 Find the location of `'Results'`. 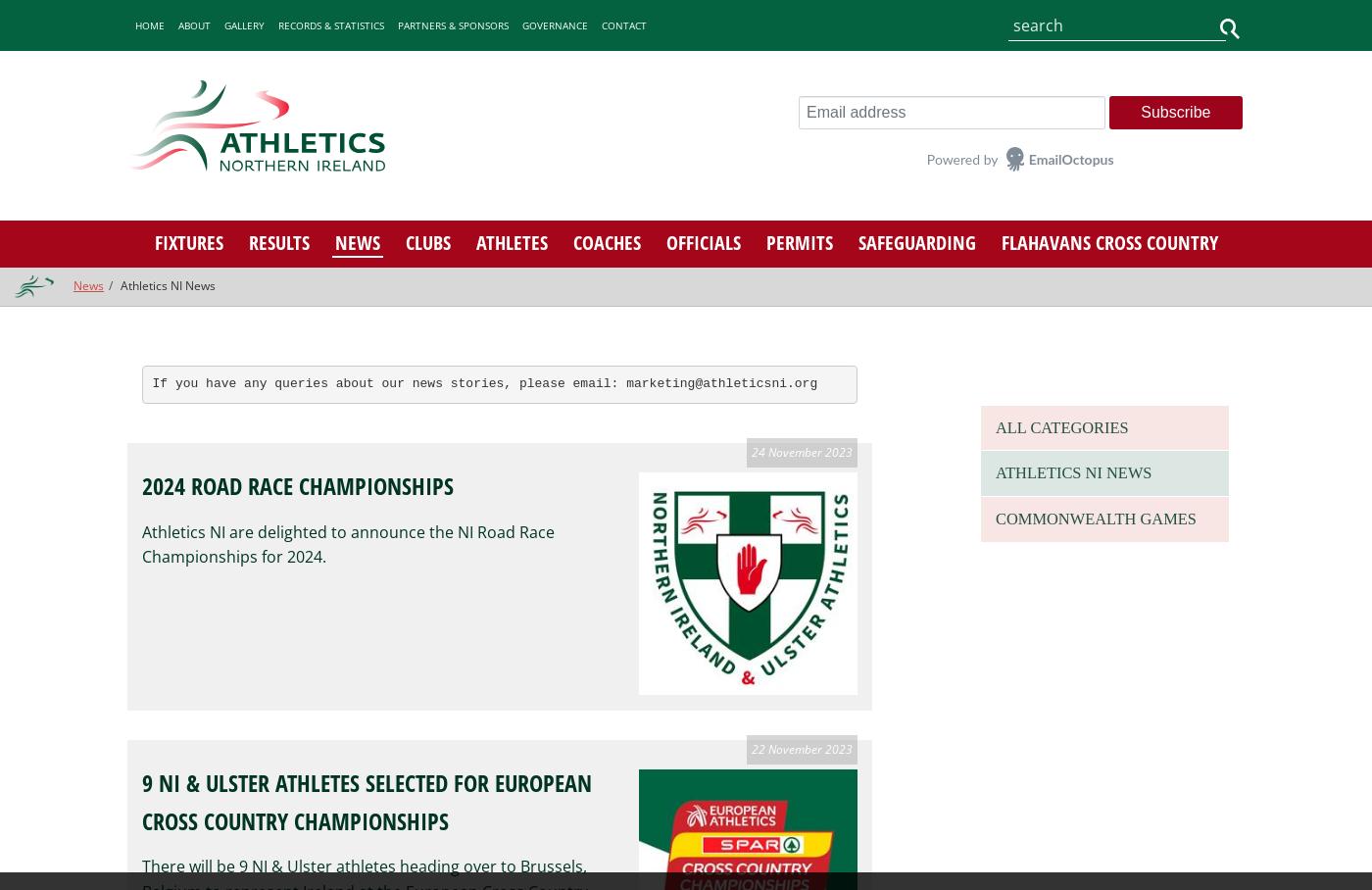

'Results' is located at coordinates (278, 240).